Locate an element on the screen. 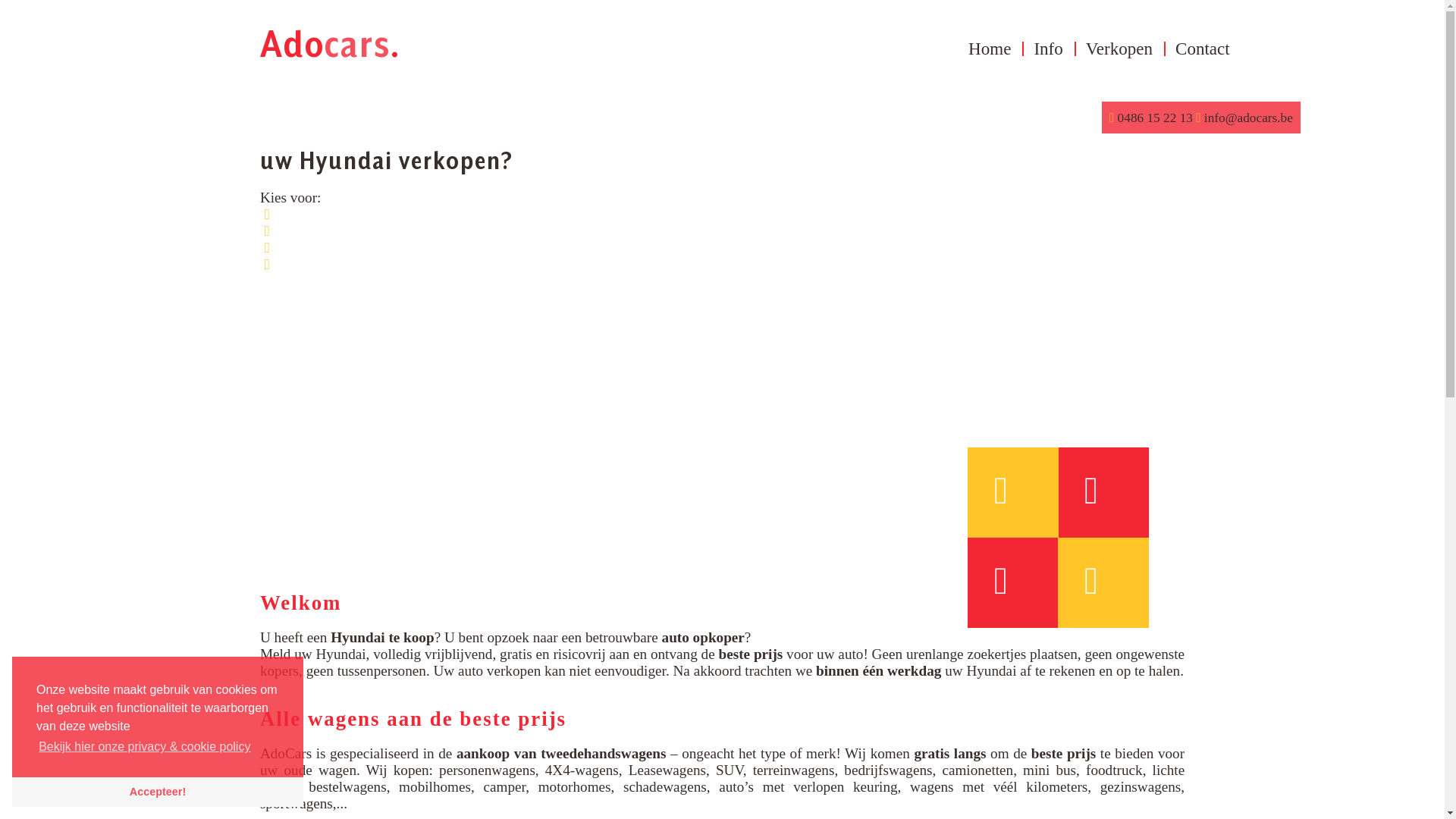 This screenshot has height=819, width=1456. 'camper' is located at coordinates (504, 786).